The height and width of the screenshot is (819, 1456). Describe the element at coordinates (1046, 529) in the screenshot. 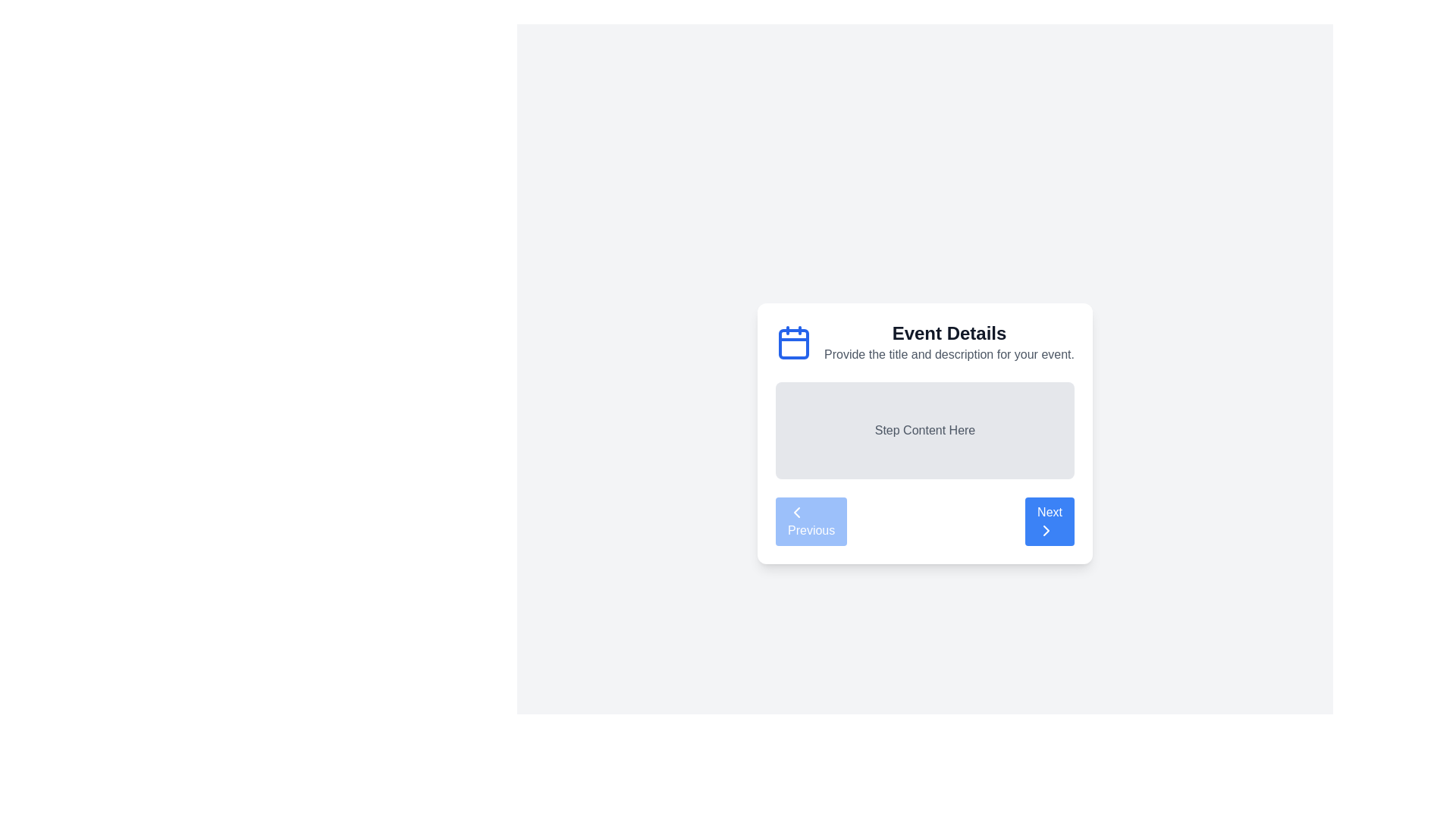

I see `the right-facing chevron icon located within the 'Next' button, which has white text and is positioned at the bottom right corner of the white card interface` at that location.